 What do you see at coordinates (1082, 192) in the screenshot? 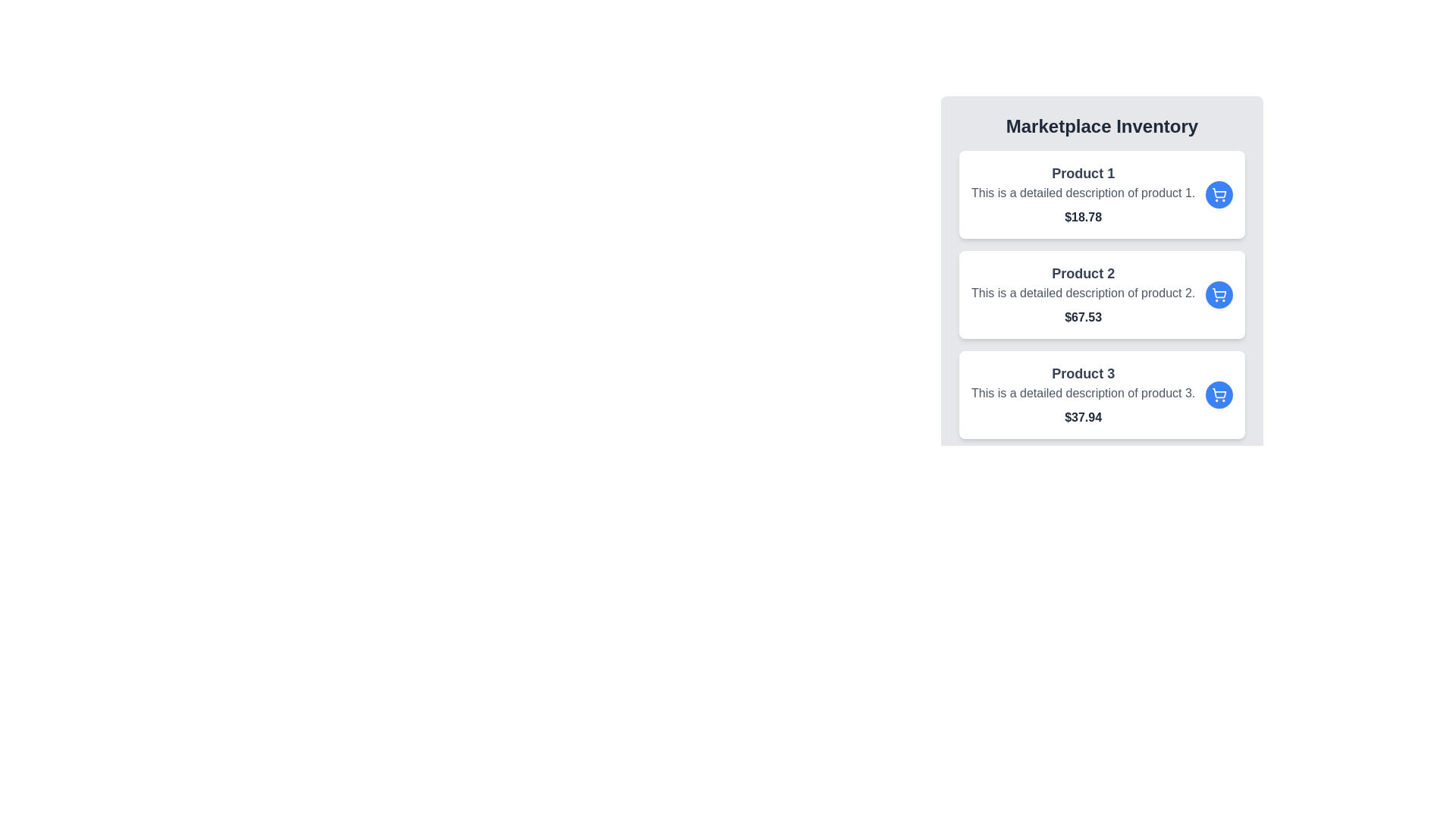
I see `the gray text that reads 'This is a detailed description of product 1', which is positioned below the title 'Product 1' and above the price '$18.78'` at bounding box center [1082, 192].